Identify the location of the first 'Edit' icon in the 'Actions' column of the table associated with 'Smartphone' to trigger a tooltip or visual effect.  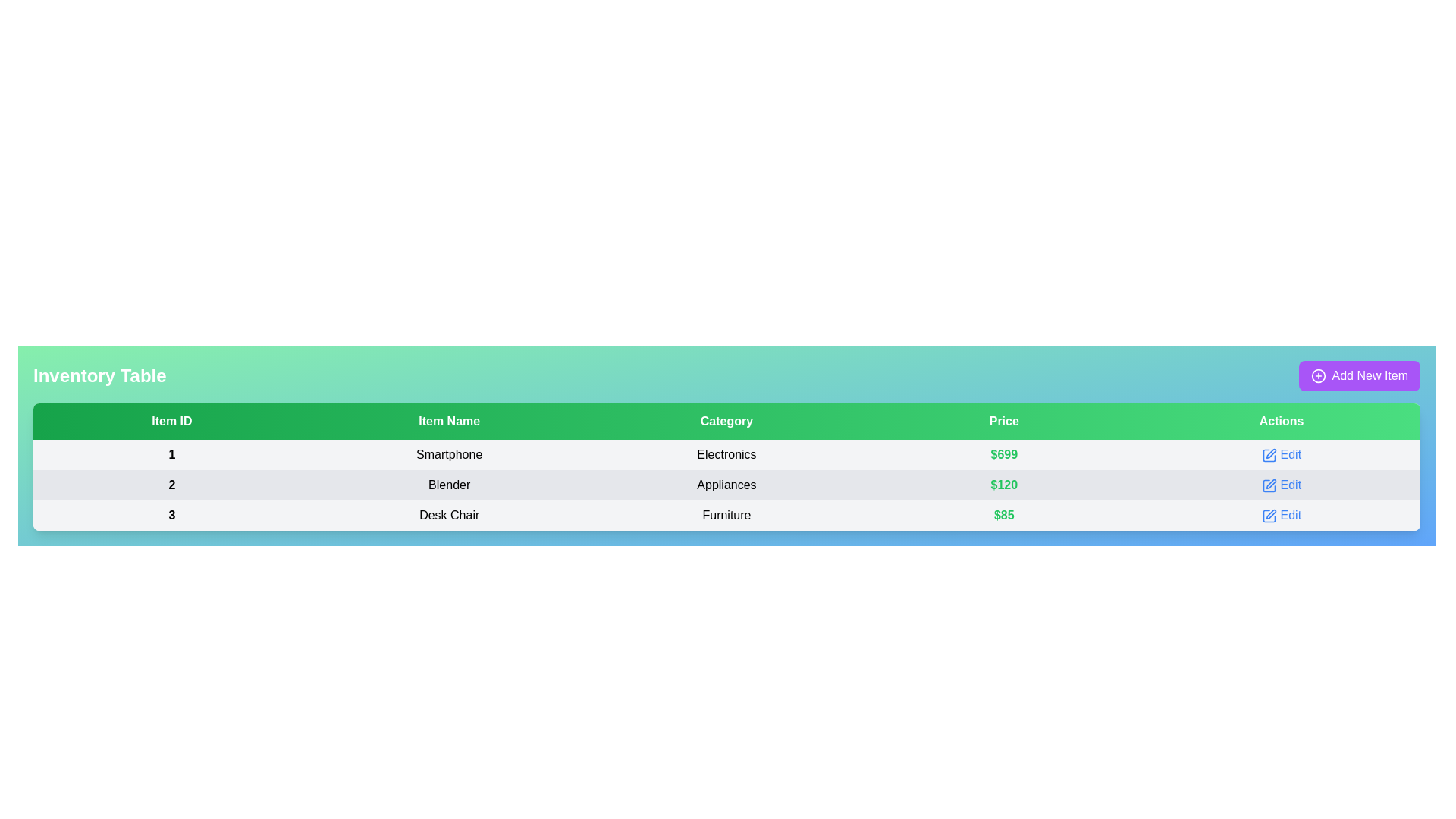
(1269, 454).